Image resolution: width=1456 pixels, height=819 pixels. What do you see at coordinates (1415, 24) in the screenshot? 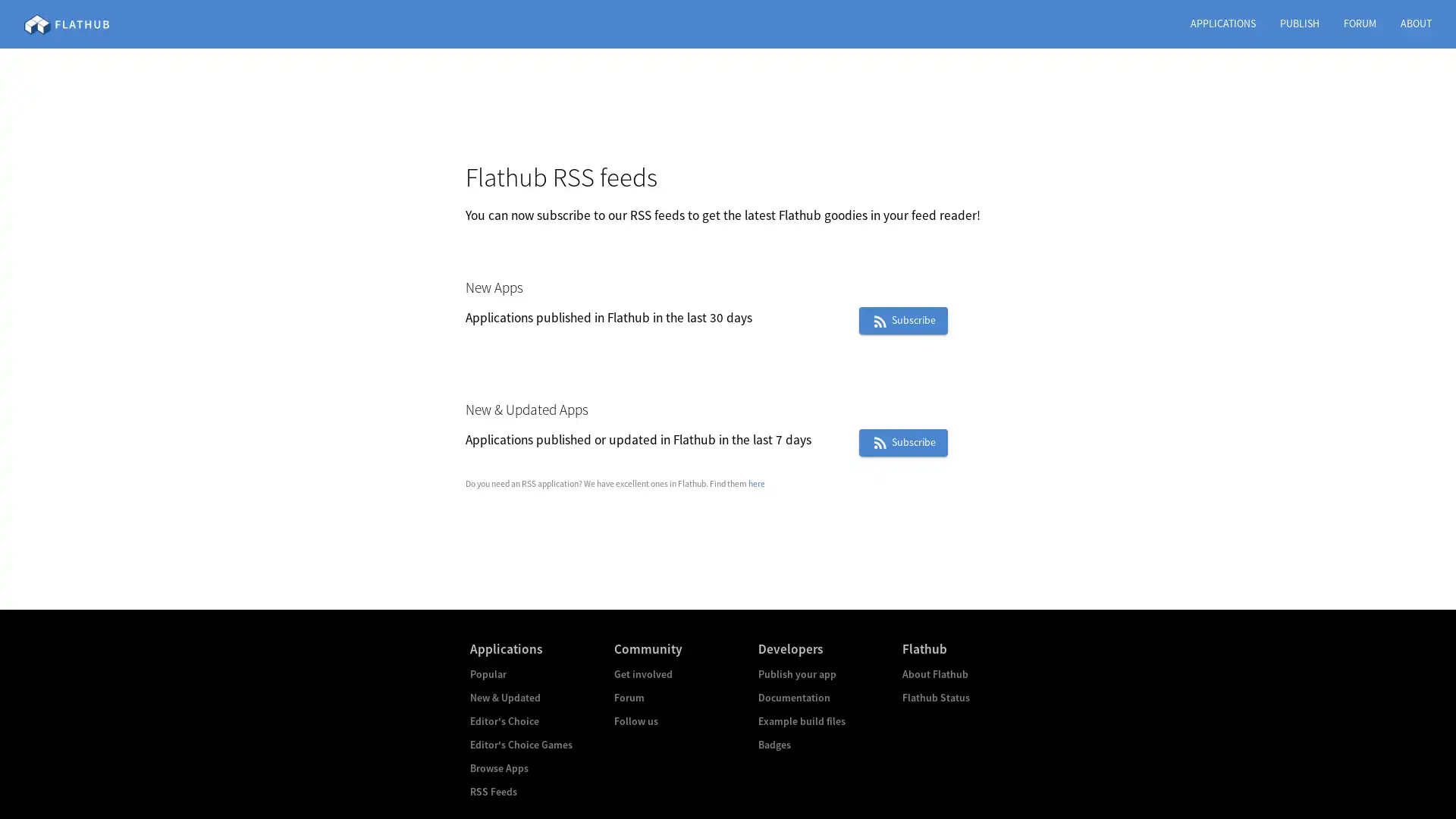
I see `ABOUT` at bounding box center [1415, 24].